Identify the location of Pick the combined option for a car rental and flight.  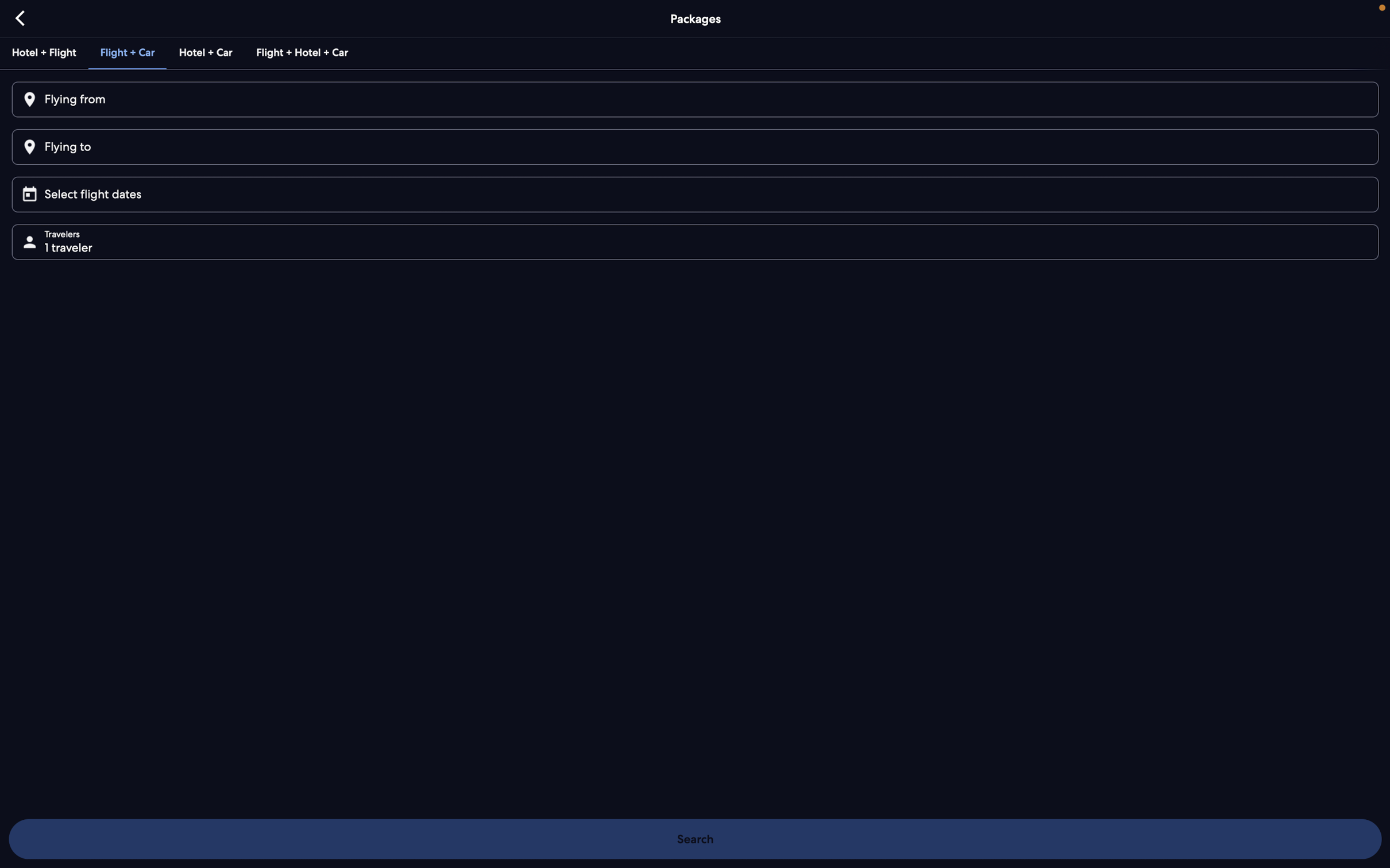
(125, 51).